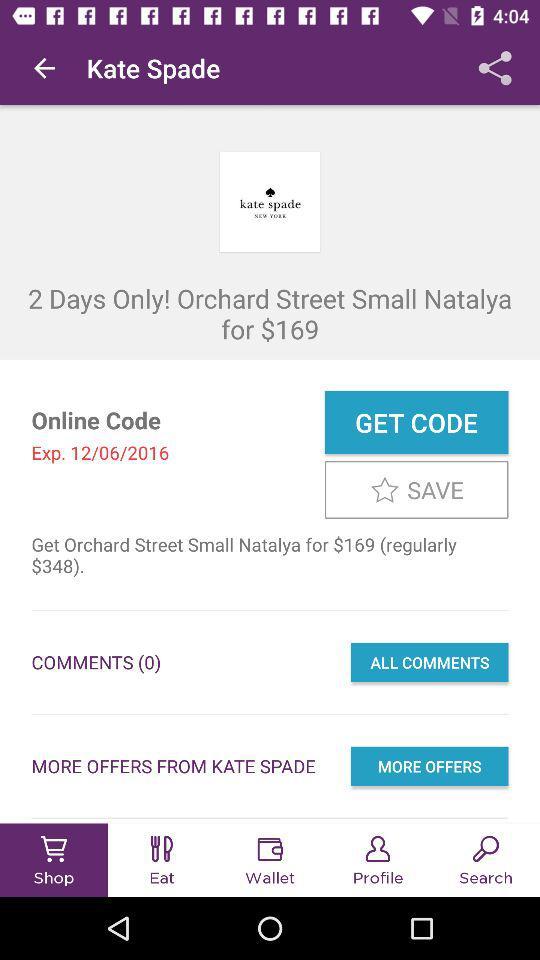 This screenshot has height=960, width=540. Describe the element at coordinates (428, 662) in the screenshot. I see `item next to comments (0) icon` at that location.